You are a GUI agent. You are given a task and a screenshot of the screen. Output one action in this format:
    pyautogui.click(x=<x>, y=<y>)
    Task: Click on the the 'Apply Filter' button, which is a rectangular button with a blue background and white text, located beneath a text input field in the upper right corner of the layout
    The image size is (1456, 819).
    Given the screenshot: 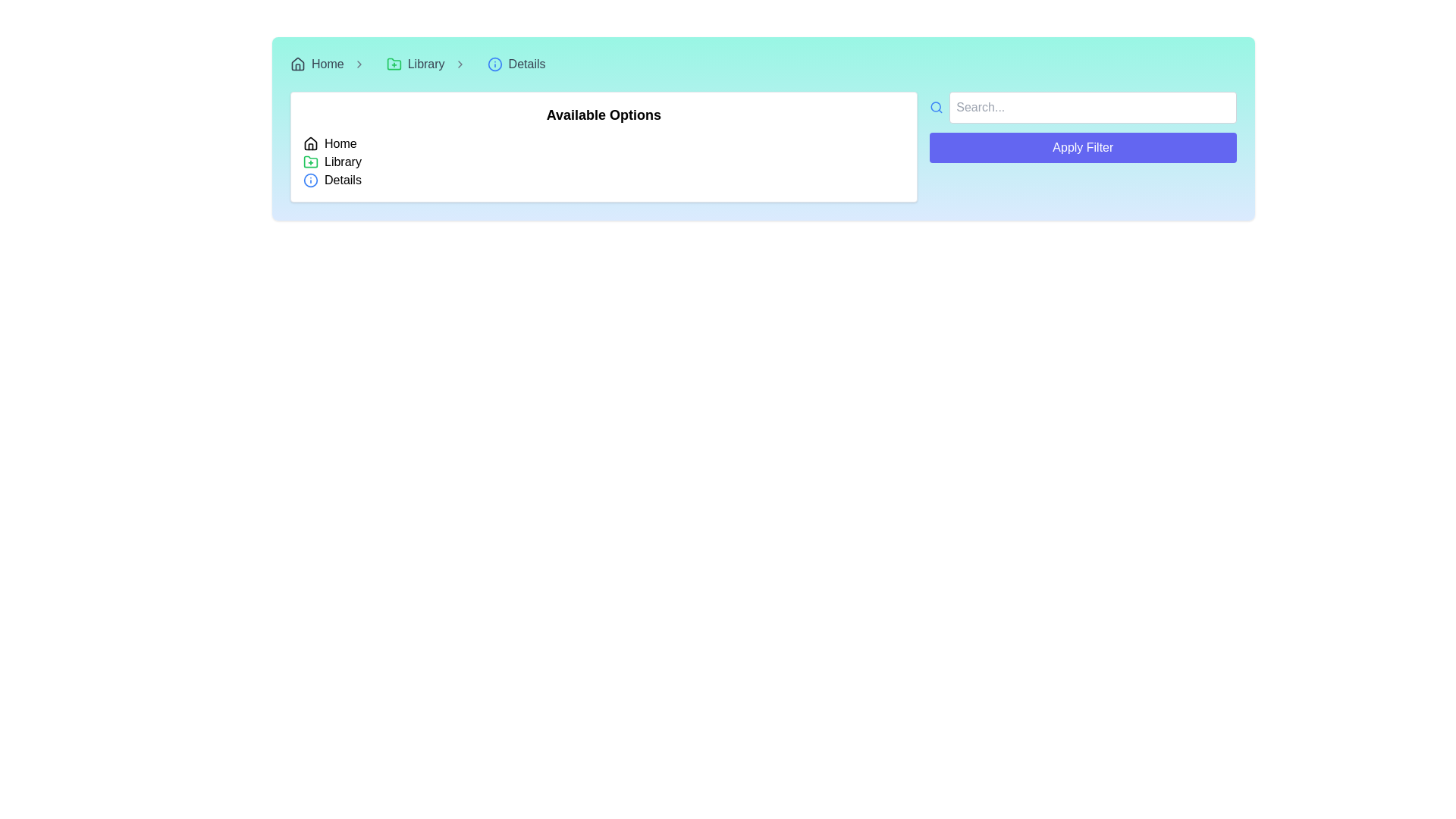 What is the action you would take?
    pyautogui.click(x=1082, y=146)
    